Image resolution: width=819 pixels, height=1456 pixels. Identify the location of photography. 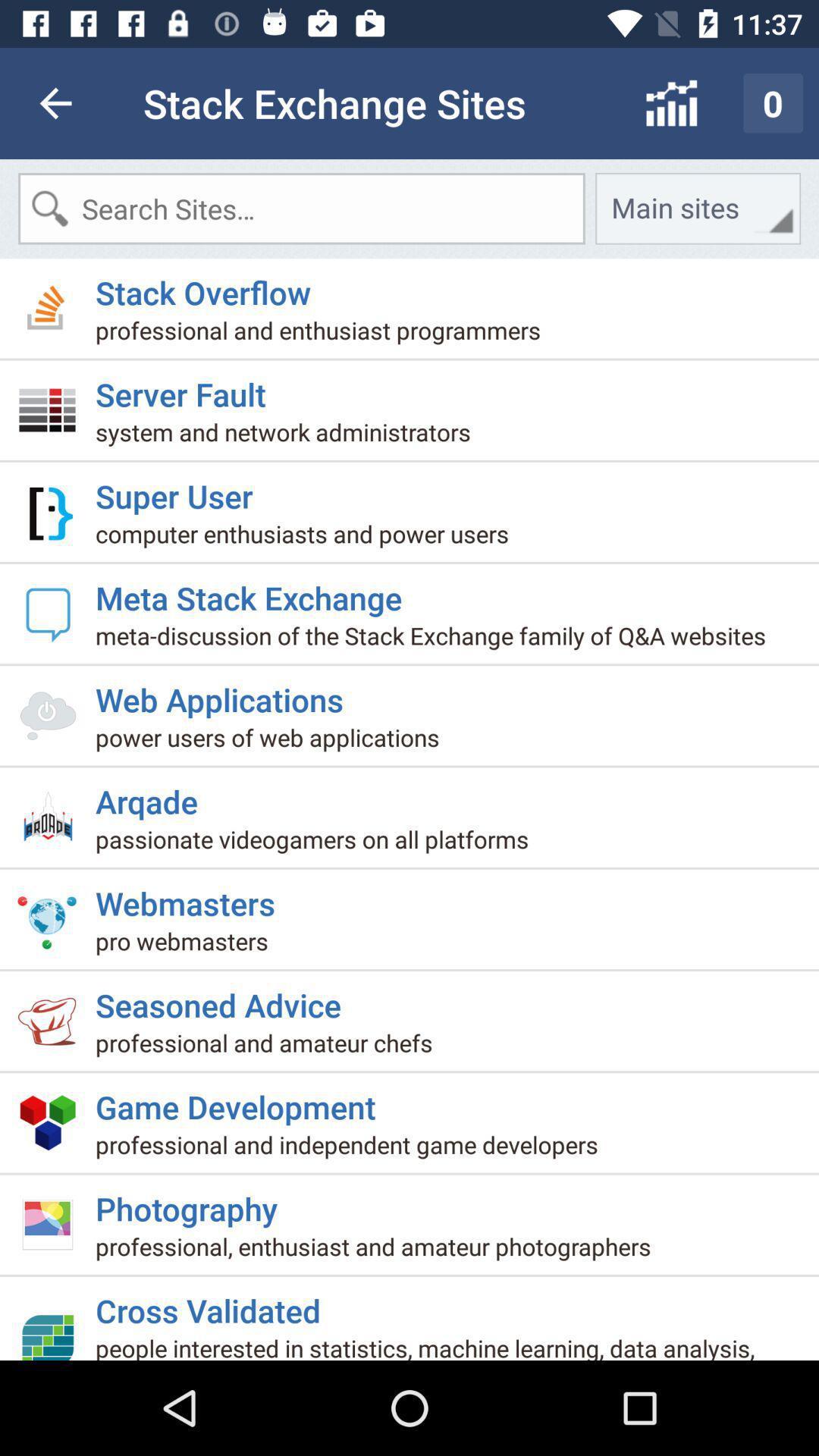
(191, 1201).